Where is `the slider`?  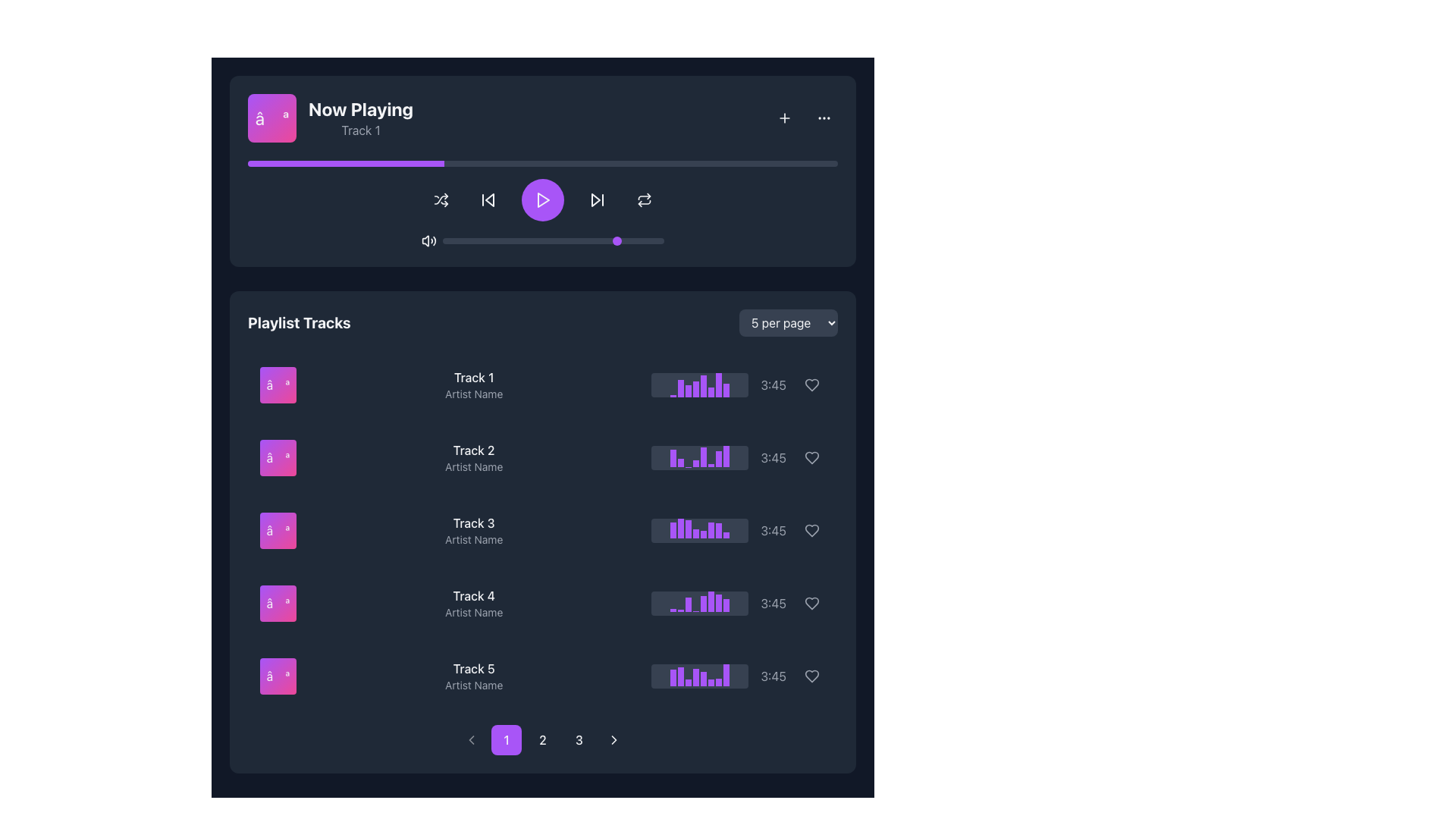
the slider is located at coordinates (660, 240).